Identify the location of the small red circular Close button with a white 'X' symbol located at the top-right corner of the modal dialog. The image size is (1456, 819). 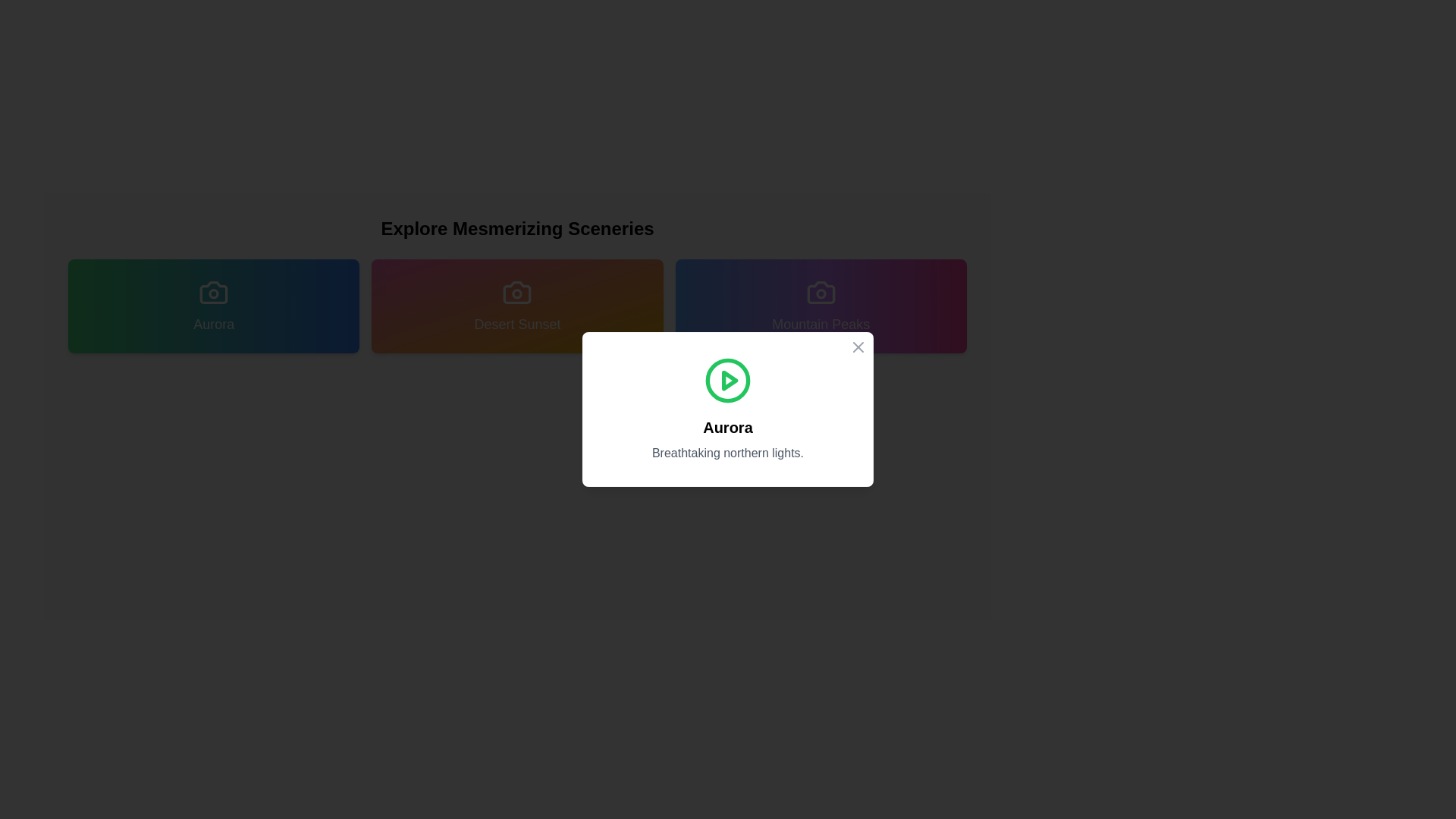
(858, 347).